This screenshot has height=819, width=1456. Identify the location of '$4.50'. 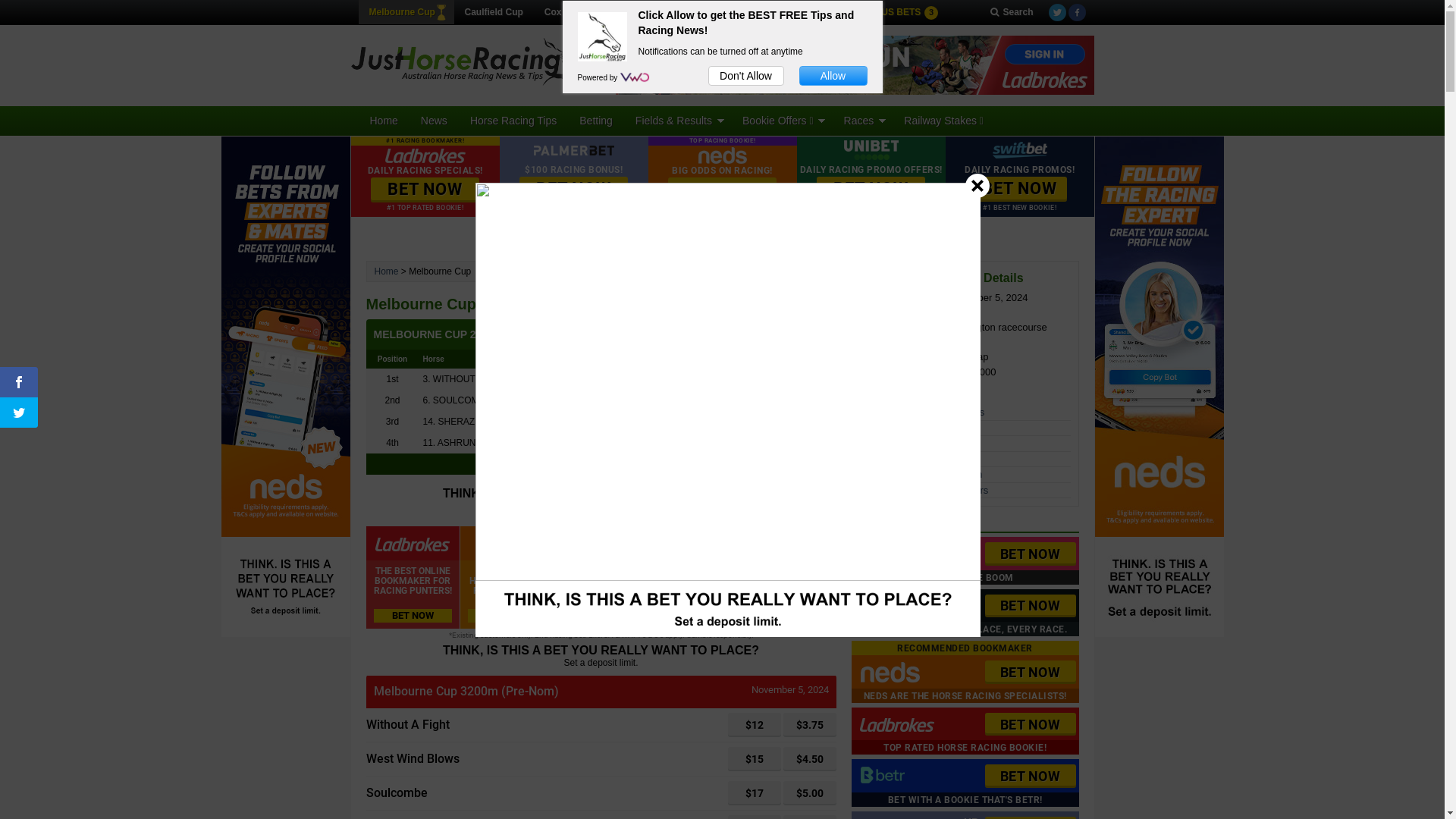
(808, 759).